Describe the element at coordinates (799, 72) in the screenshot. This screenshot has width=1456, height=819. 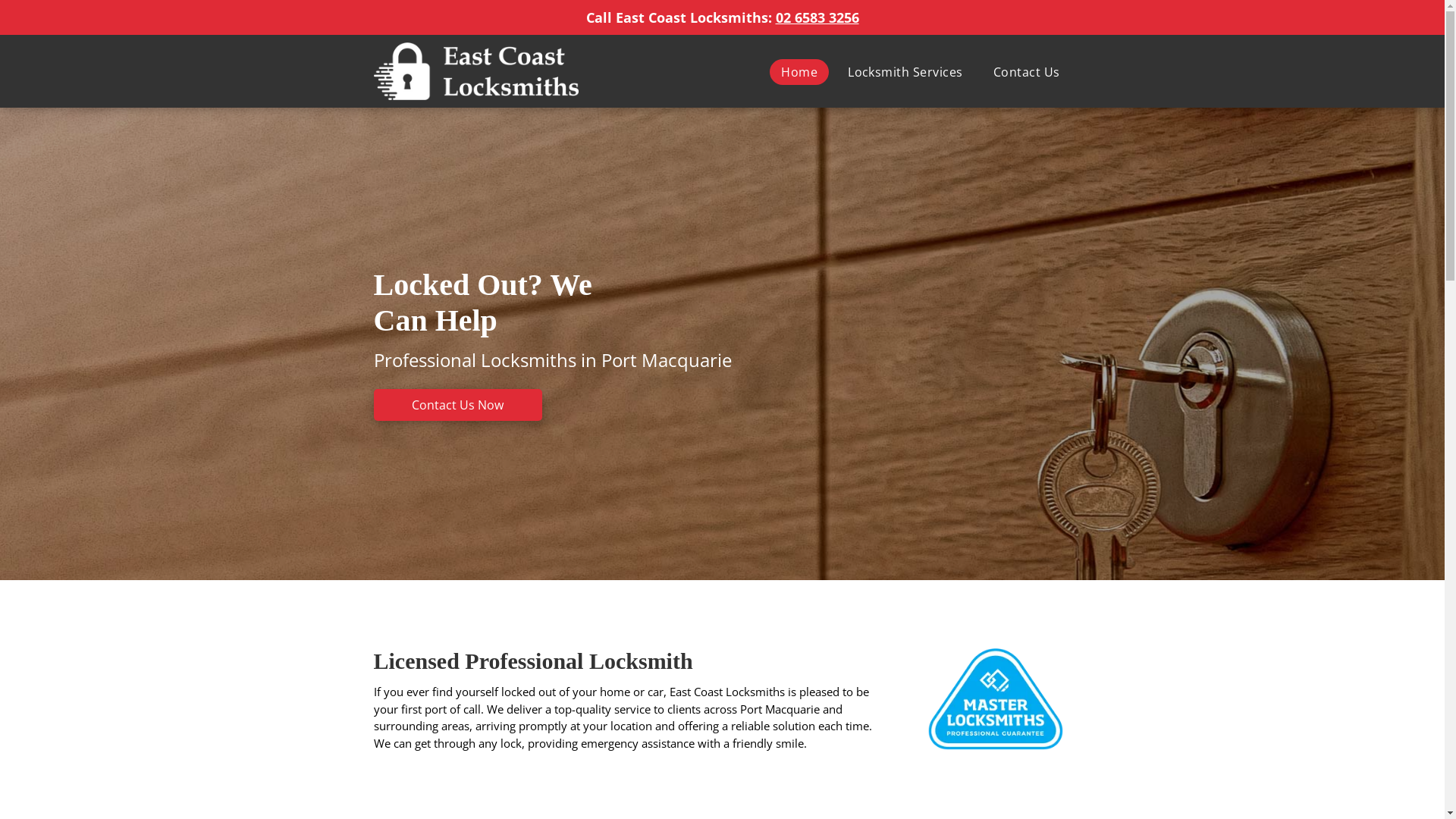
I see `'Home'` at that location.